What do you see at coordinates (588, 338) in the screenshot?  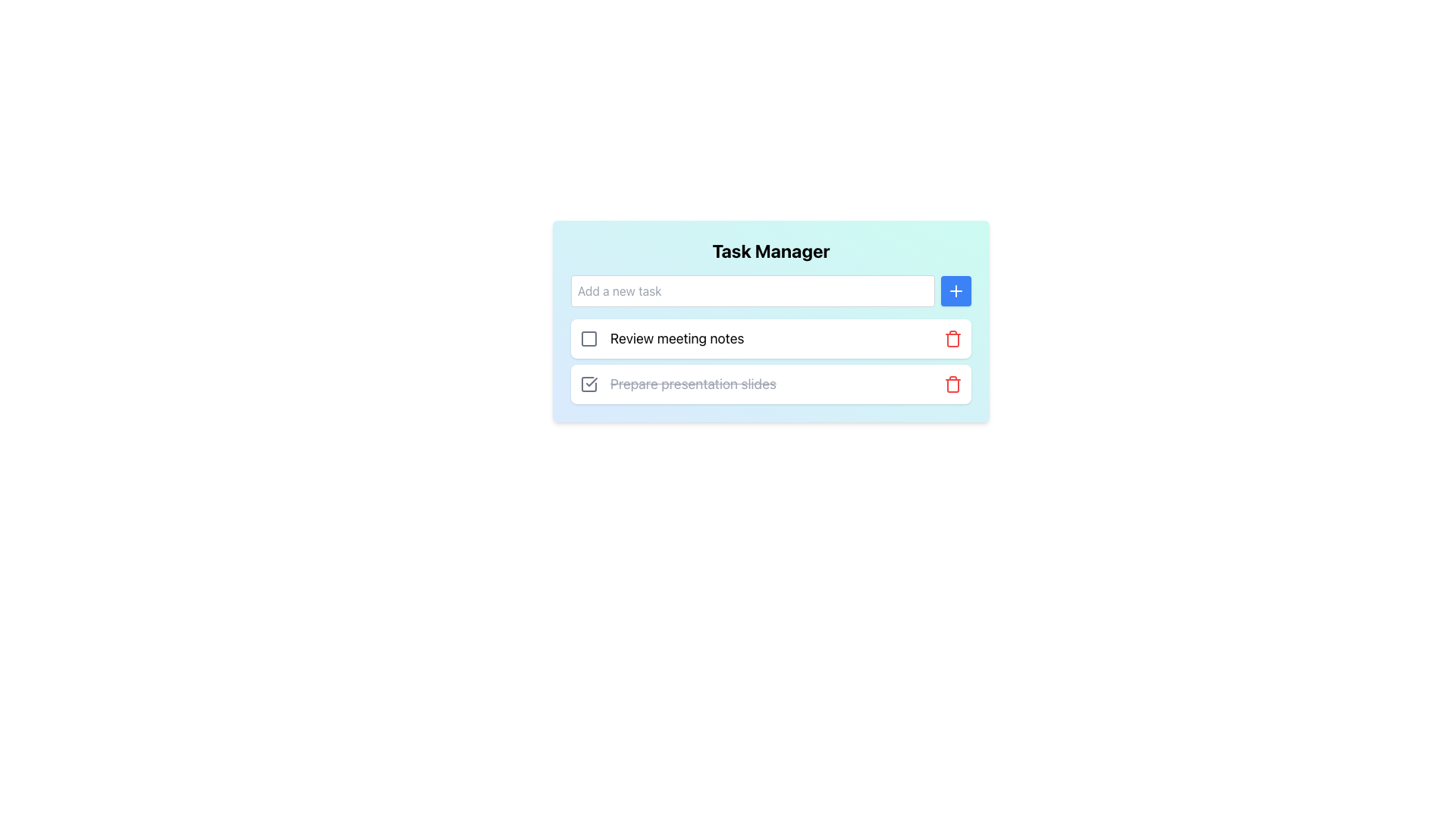 I see `the interactive square icon with a gray border located to the left of the 'Review meeting notes' text under the 'Task Manager' header` at bounding box center [588, 338].